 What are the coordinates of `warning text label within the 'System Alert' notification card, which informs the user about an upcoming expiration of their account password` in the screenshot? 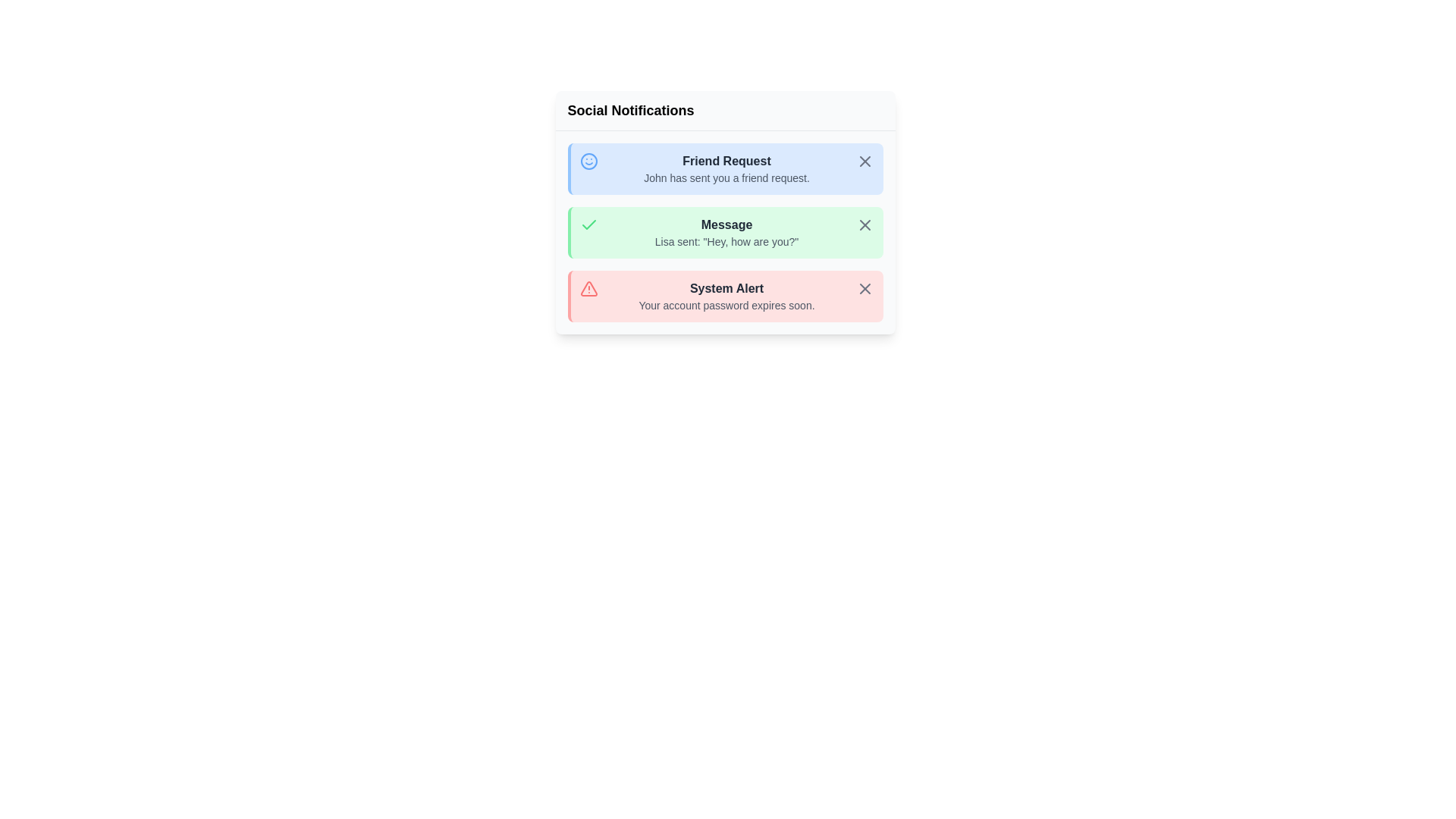 It's located at (726, 305).